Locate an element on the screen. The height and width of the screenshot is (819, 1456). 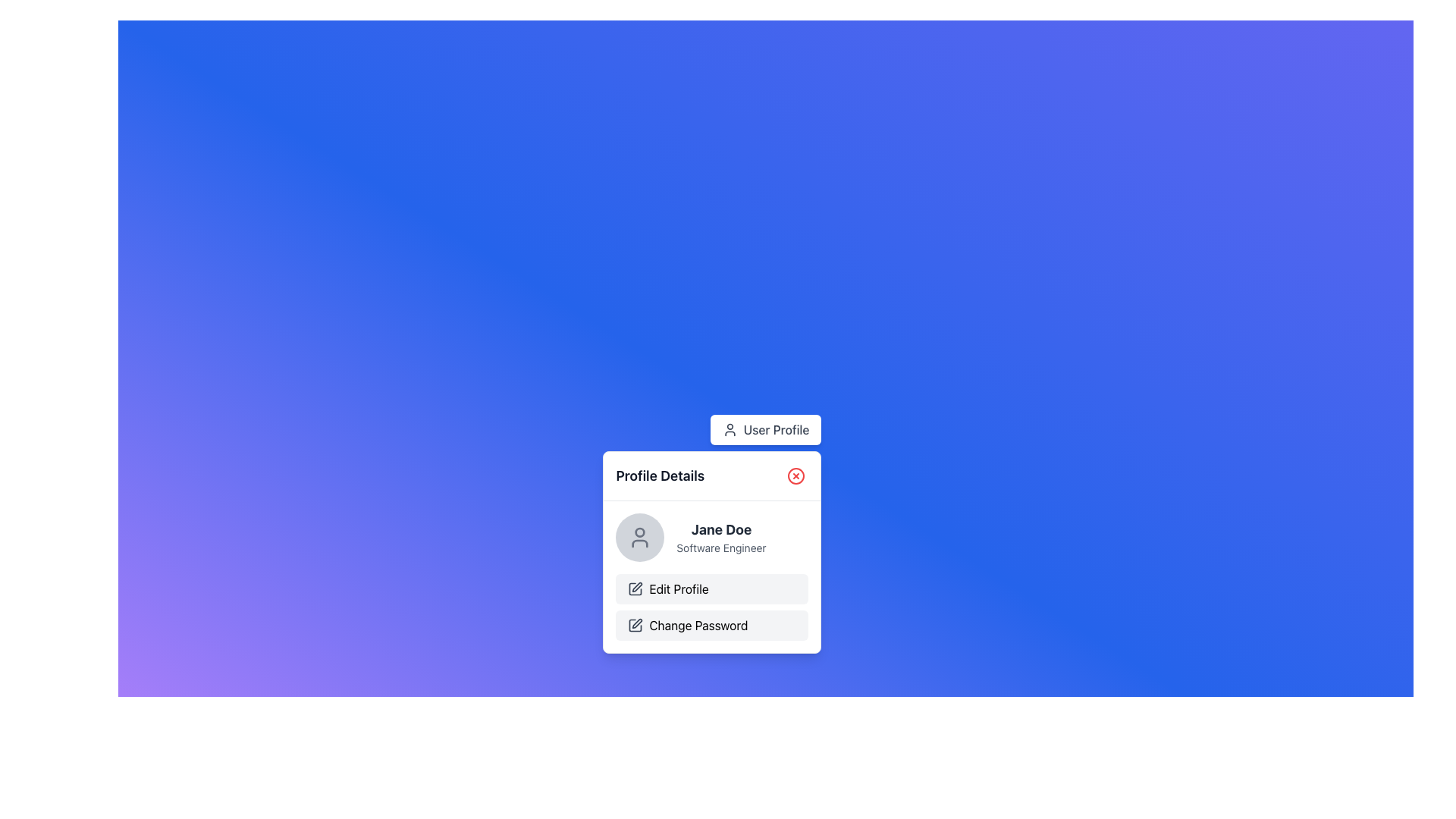
the 'Edit Profile' button, which is the first option in a list of buttons in the profile interface is located at coordinates (711, 588).